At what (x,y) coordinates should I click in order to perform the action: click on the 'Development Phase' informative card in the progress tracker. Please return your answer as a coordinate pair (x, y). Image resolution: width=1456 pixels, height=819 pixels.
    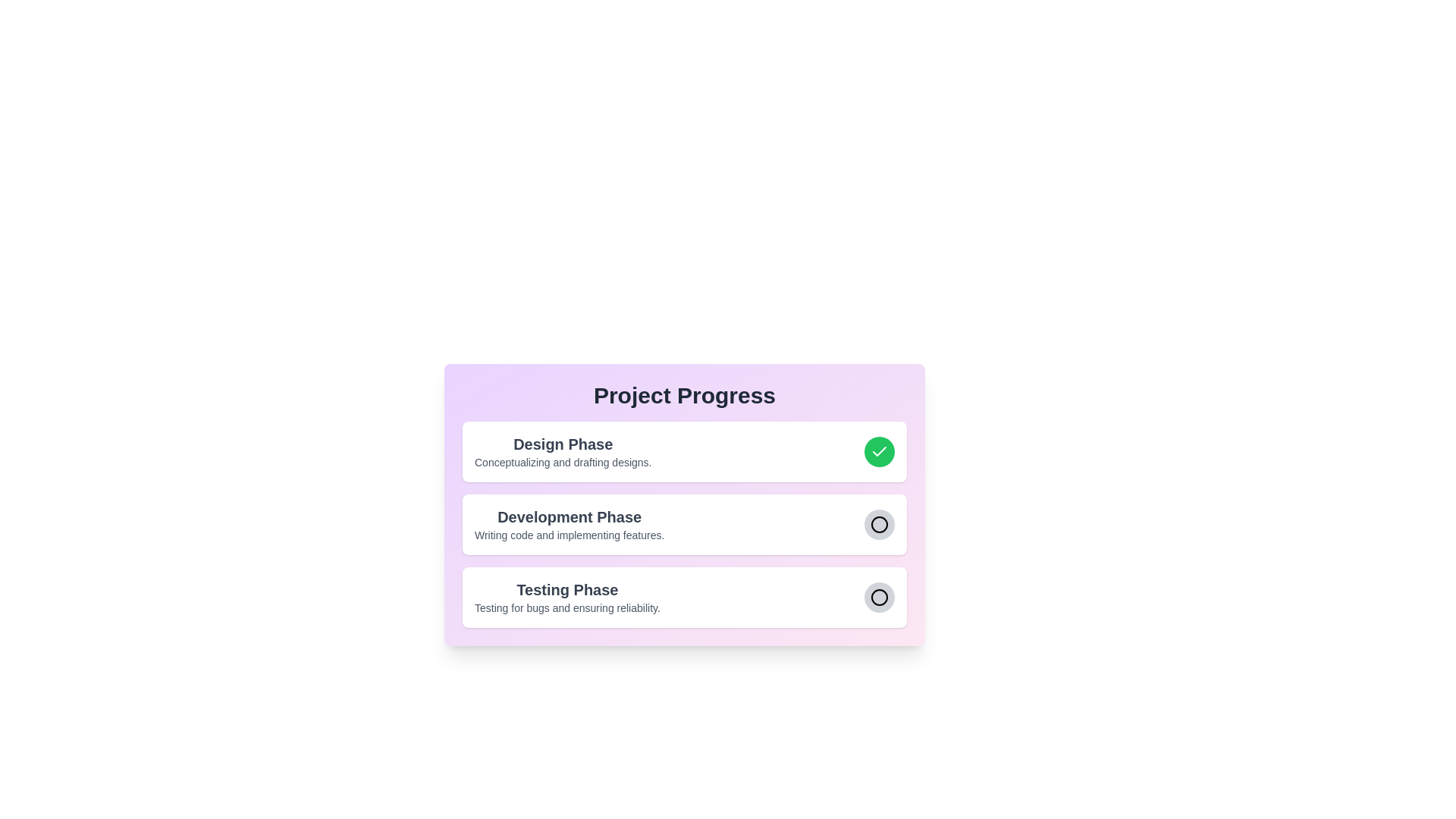
    Looking at the image, I should click on (683, 505).